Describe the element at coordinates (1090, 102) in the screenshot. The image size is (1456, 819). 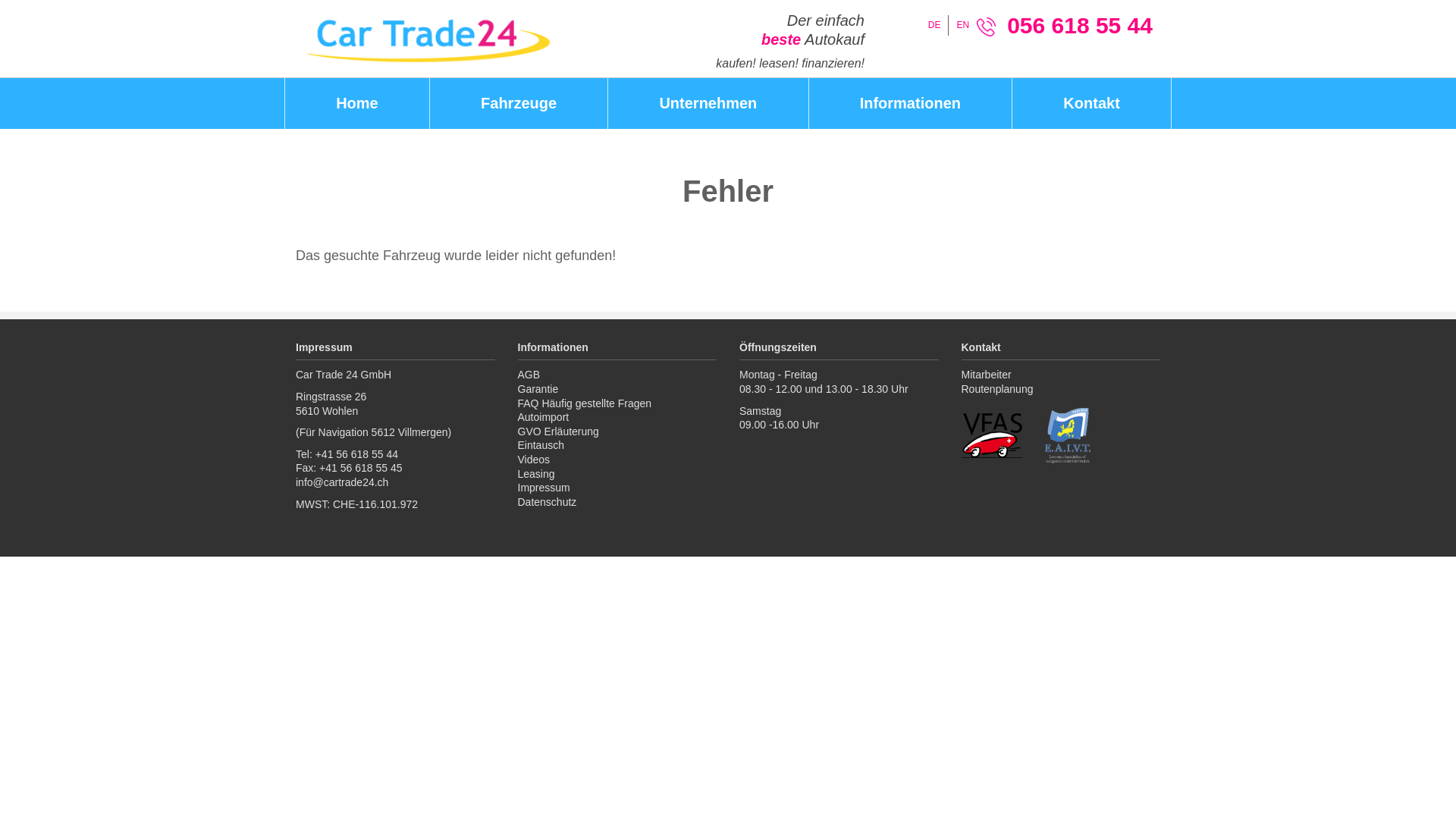
I see `'Kontakt'` at that location.